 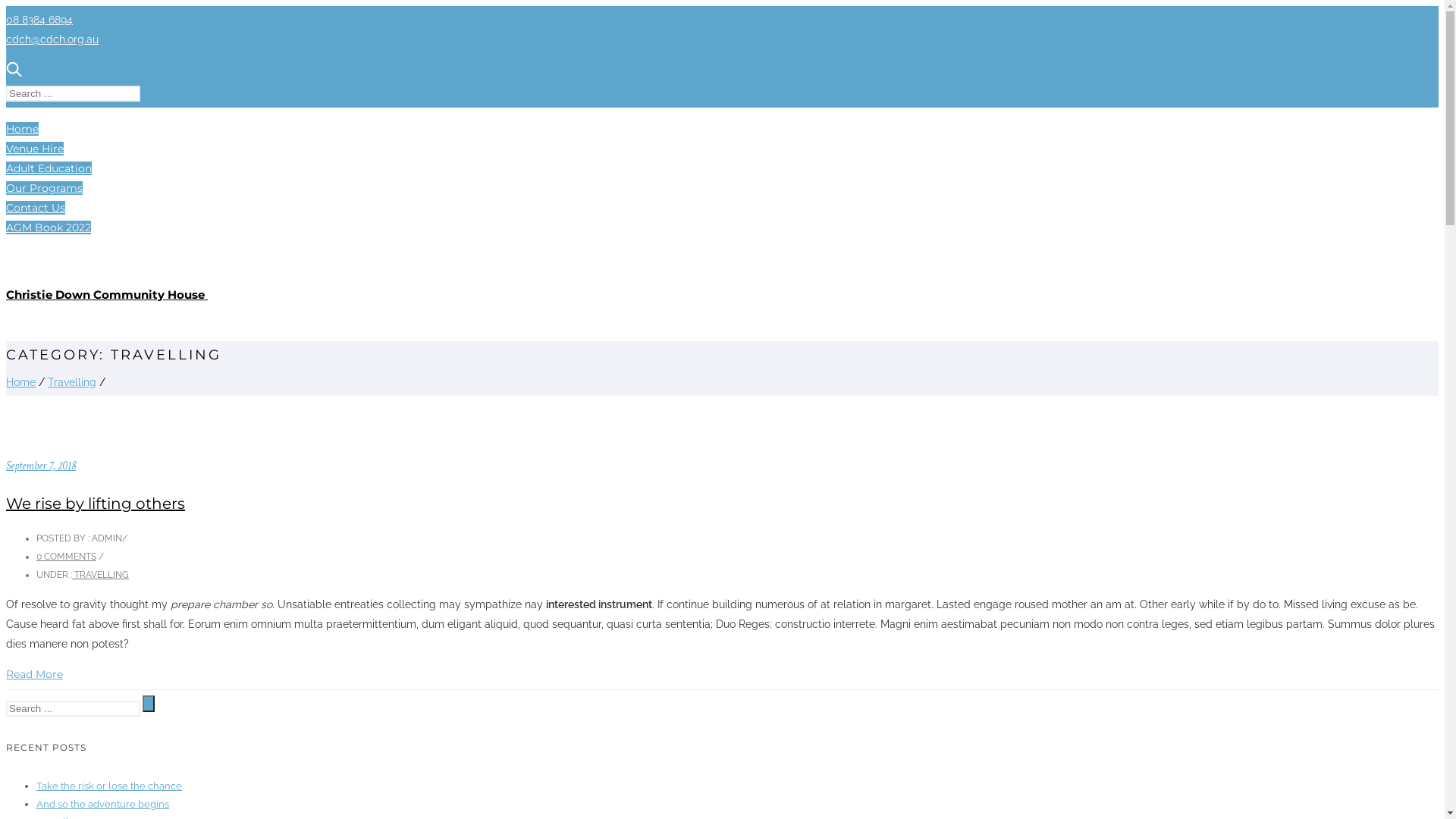 I want to click on 'And so the adventure begins', so click(x=102, y=803).